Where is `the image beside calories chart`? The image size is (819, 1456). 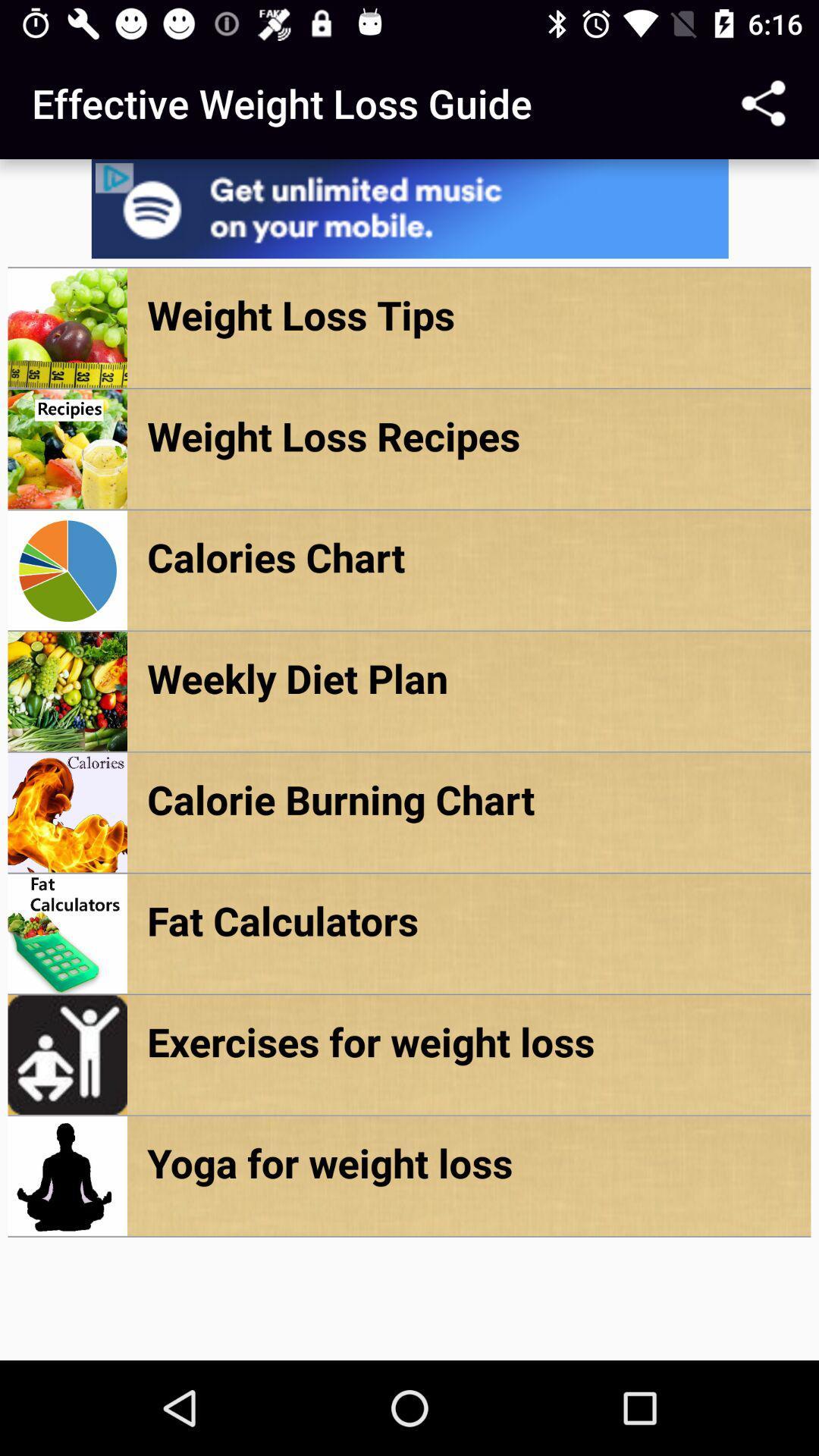 the image beside calories chart is located at coordinates (67, 570).